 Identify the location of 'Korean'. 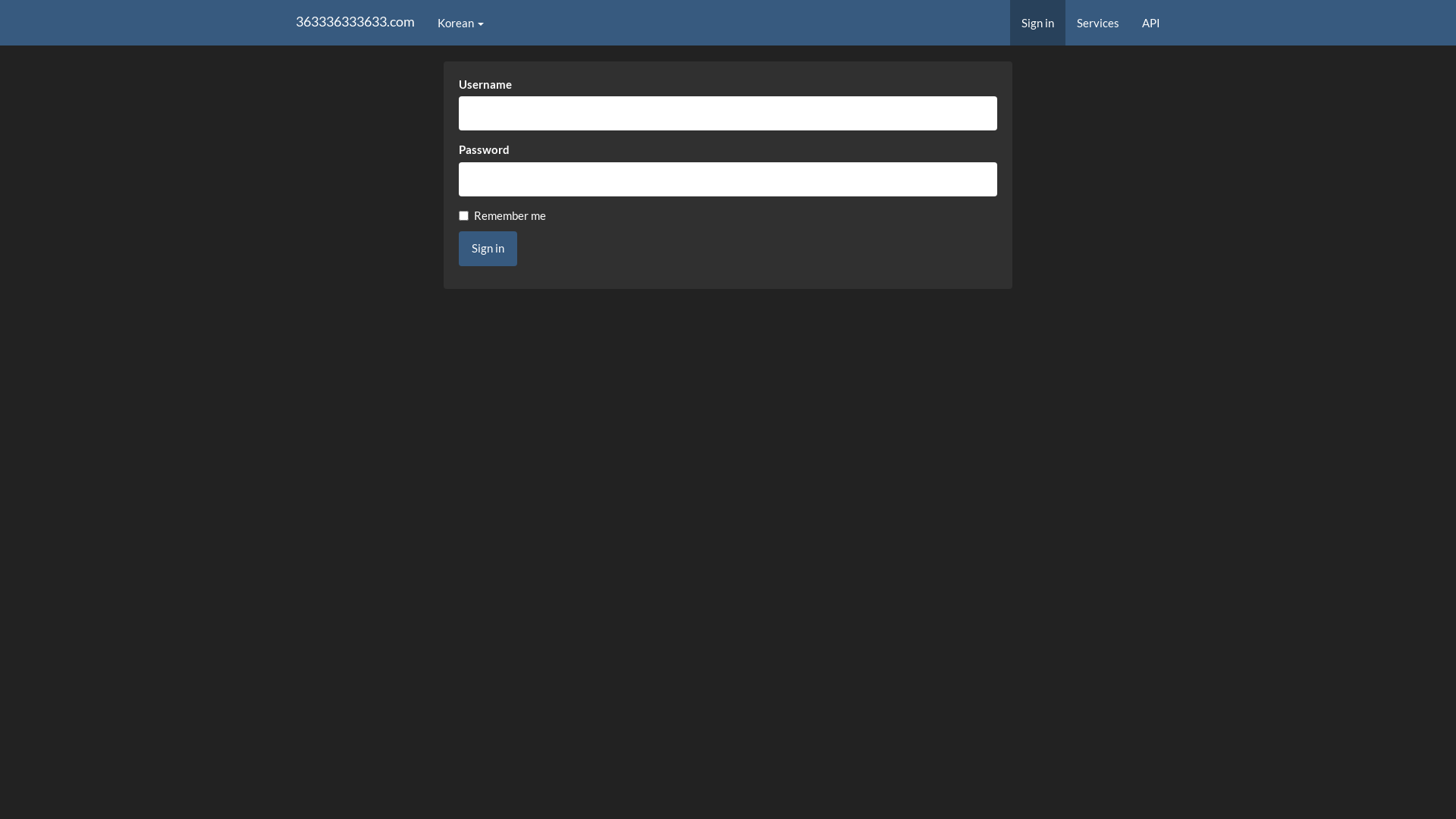
(460, 23).